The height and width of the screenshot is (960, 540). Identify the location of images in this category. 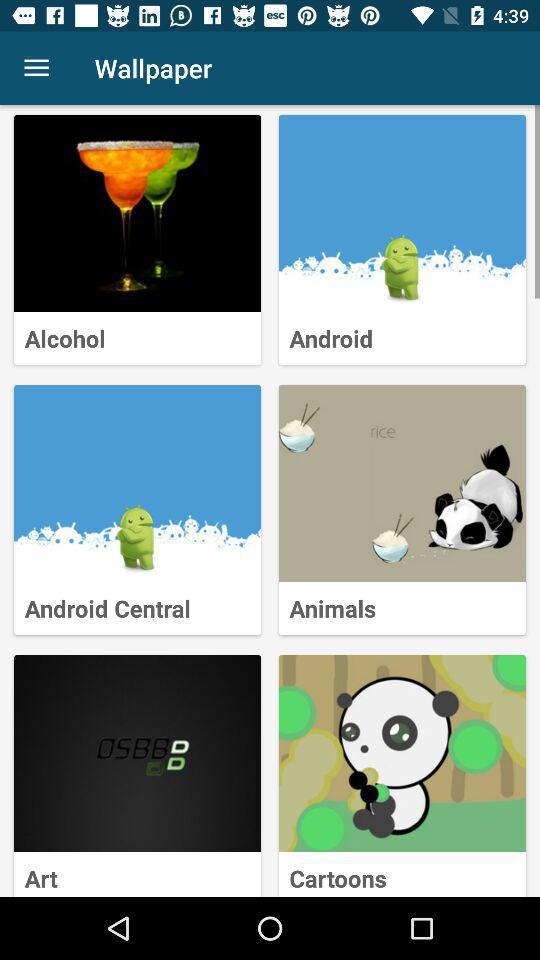
(136, 213).